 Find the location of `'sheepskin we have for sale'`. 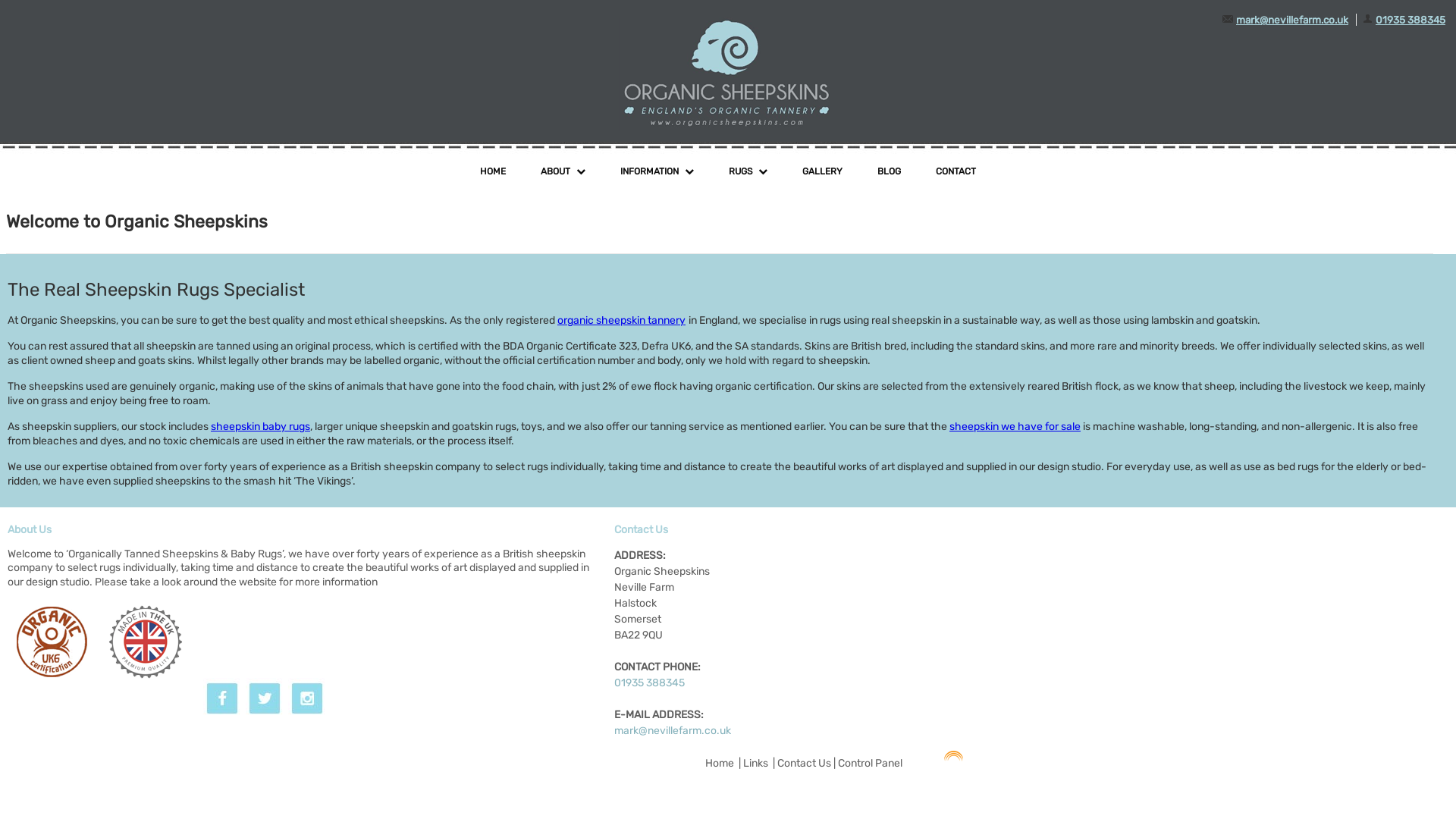

'sheepskin we have for sale' is located at coordinates (1015, 426).